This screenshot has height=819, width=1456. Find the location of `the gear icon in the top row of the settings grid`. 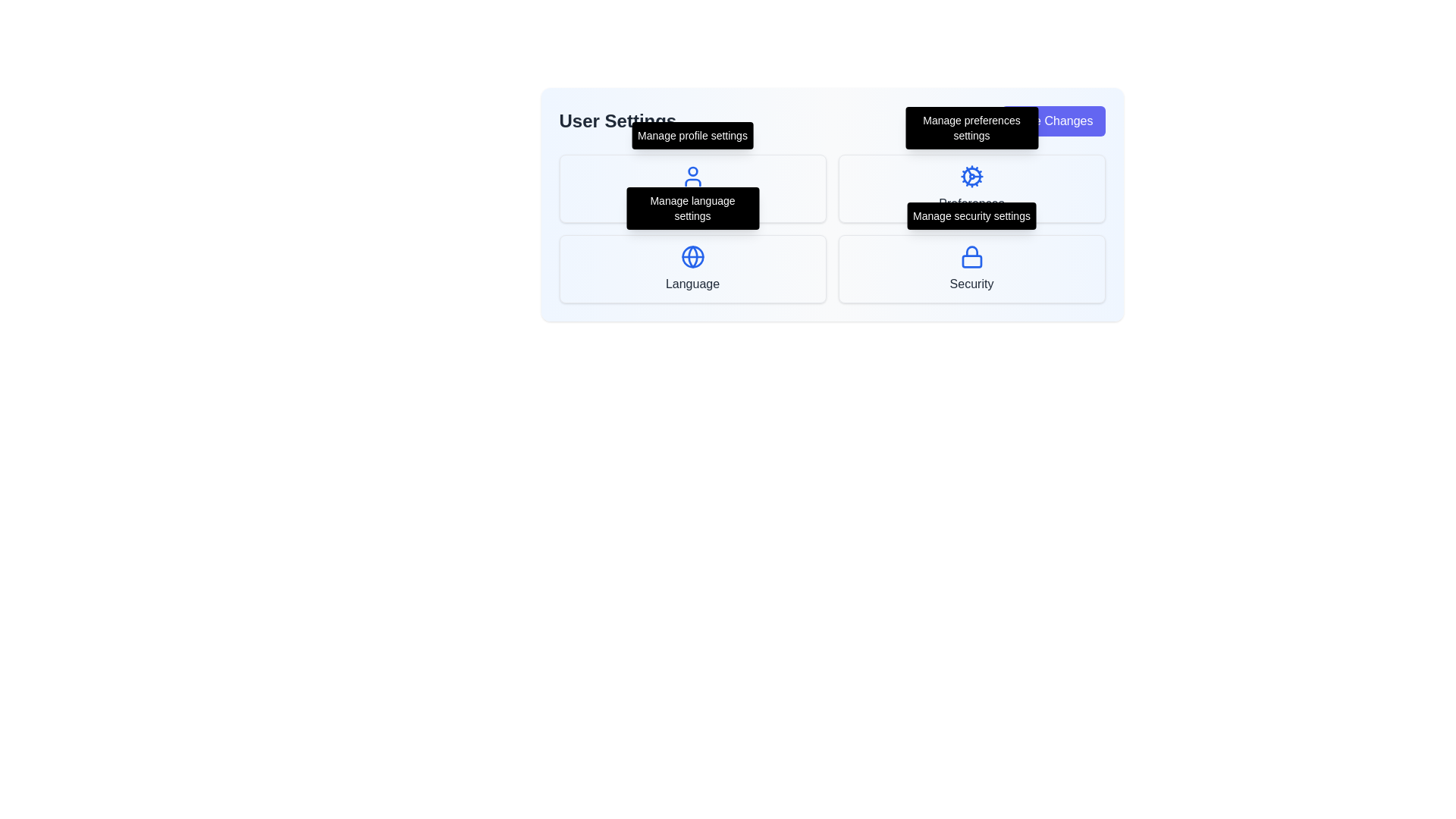

the gear icon in the top row of the settings grid is located at coordinates (968, 180).